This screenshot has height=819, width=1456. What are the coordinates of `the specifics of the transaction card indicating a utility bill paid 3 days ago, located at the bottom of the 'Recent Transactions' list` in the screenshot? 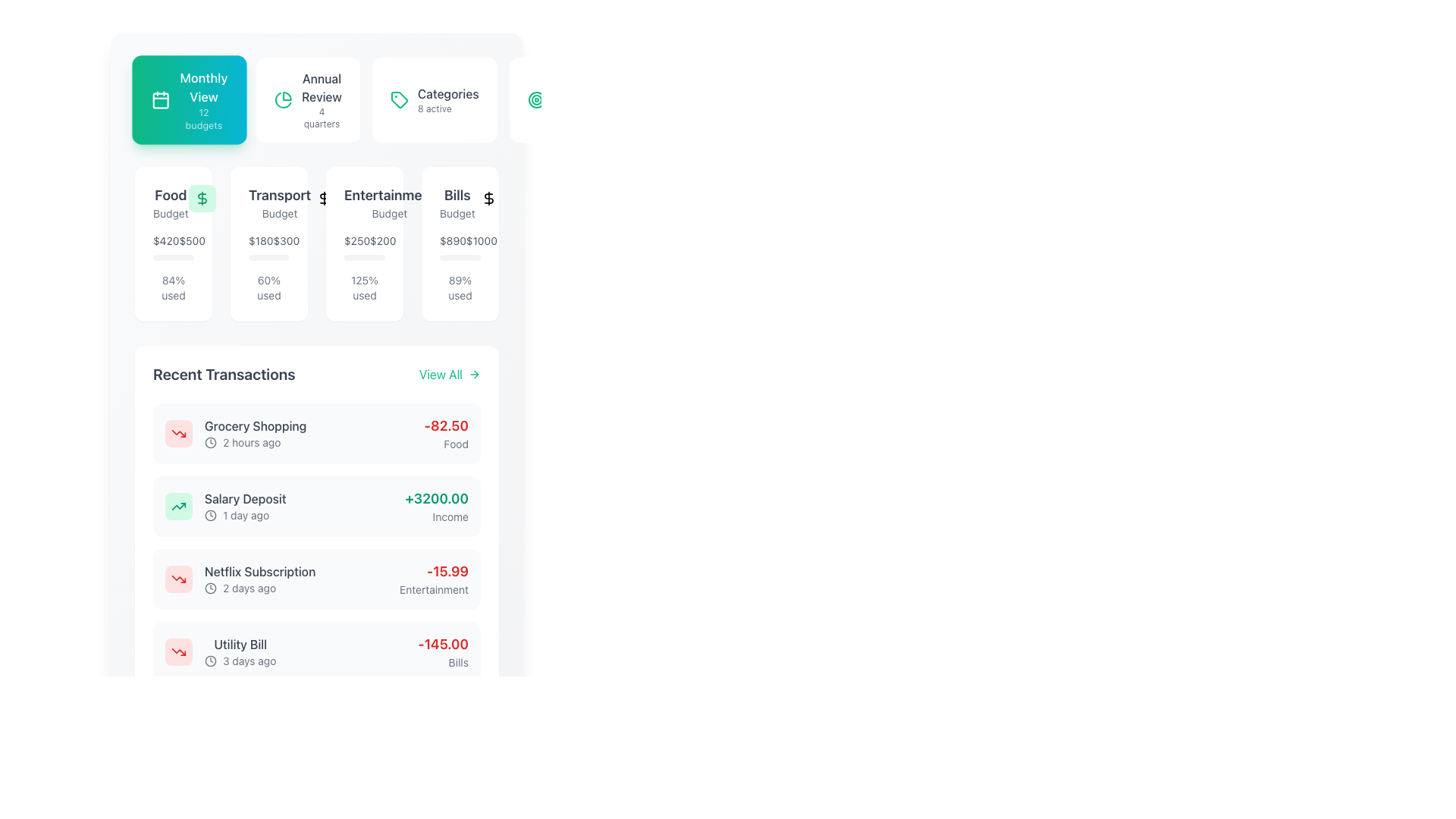 It's located at (315, 651).